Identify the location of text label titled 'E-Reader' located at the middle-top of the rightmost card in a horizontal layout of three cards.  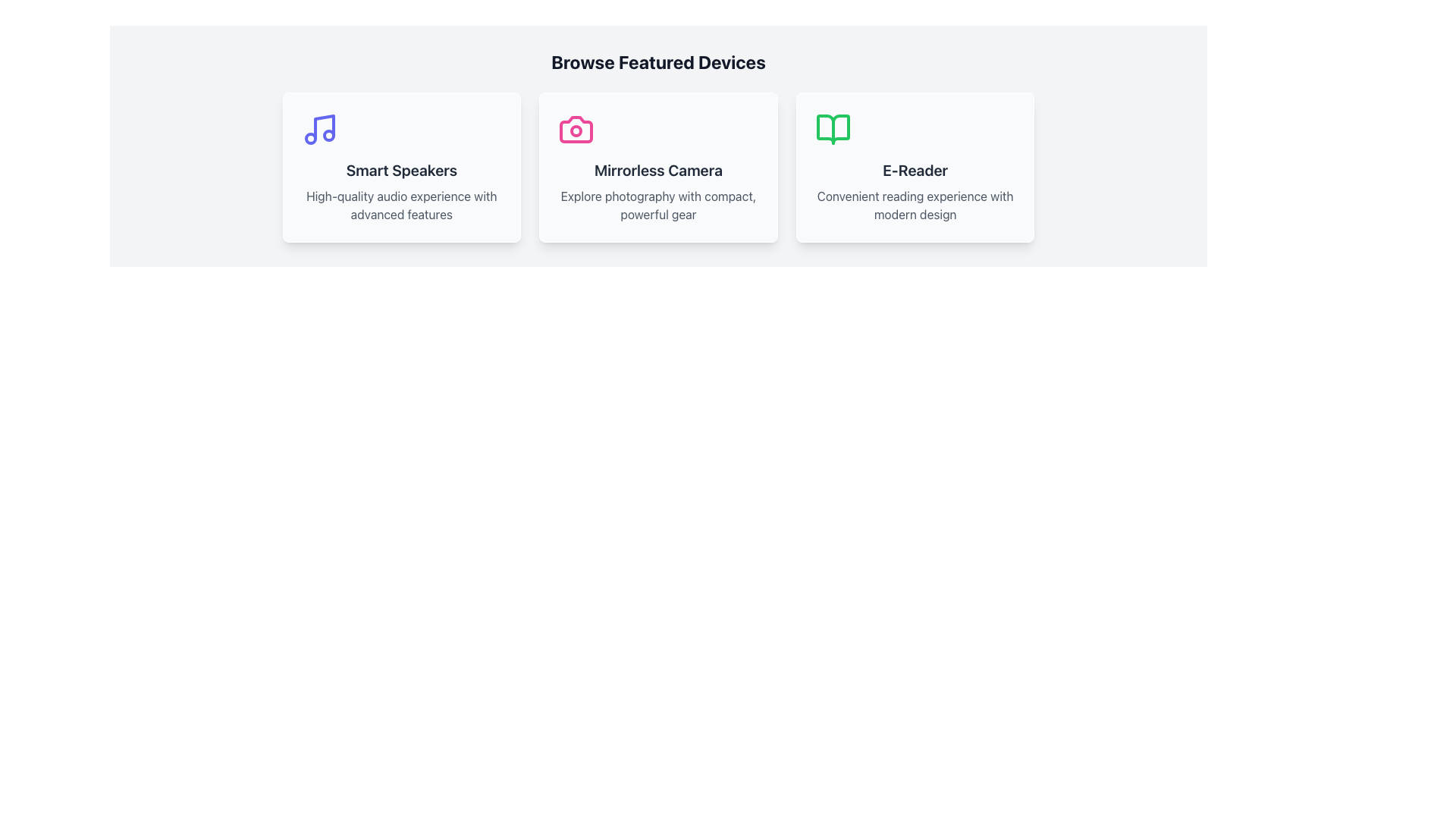
(915, 170).